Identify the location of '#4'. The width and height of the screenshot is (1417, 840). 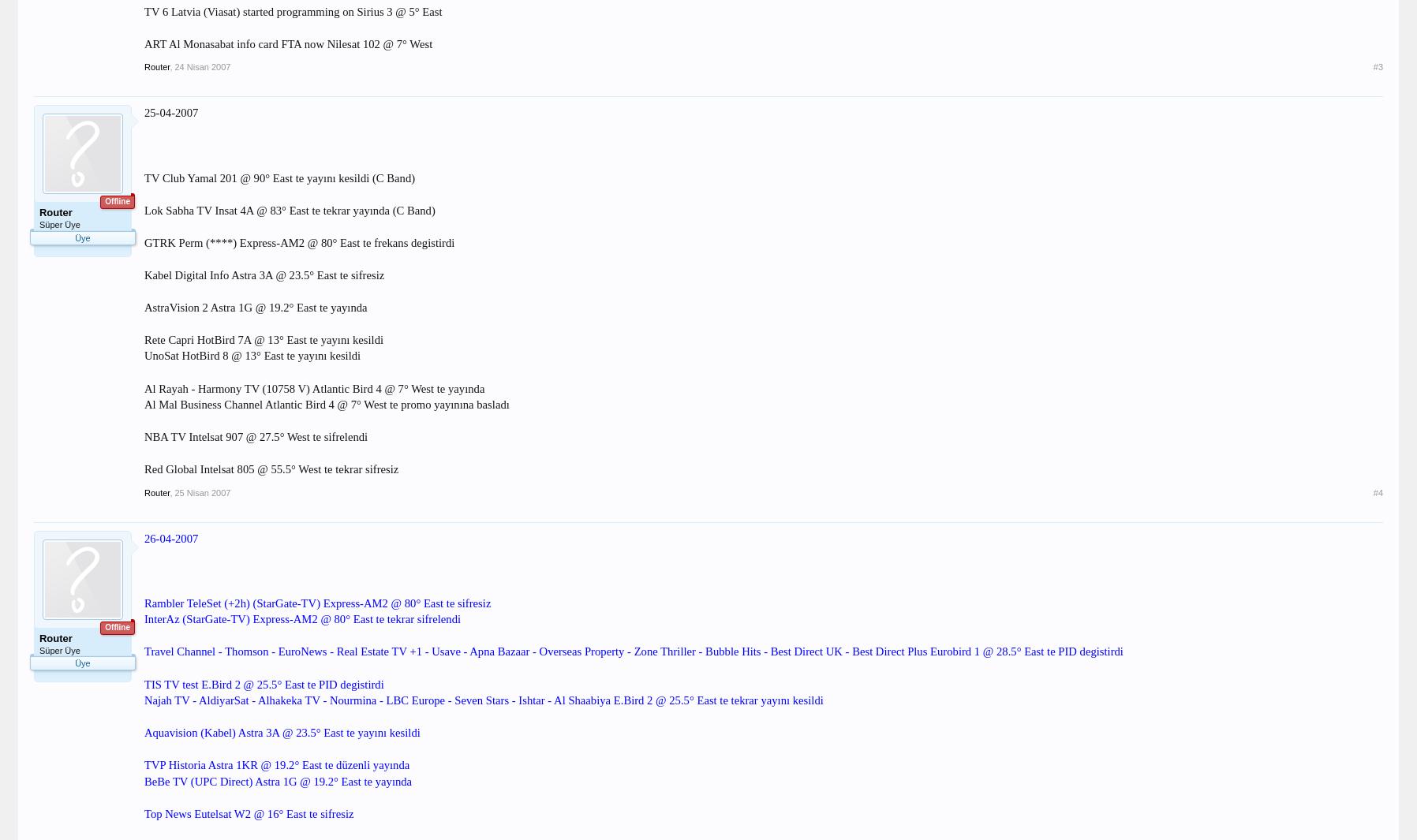
(1378, 491).